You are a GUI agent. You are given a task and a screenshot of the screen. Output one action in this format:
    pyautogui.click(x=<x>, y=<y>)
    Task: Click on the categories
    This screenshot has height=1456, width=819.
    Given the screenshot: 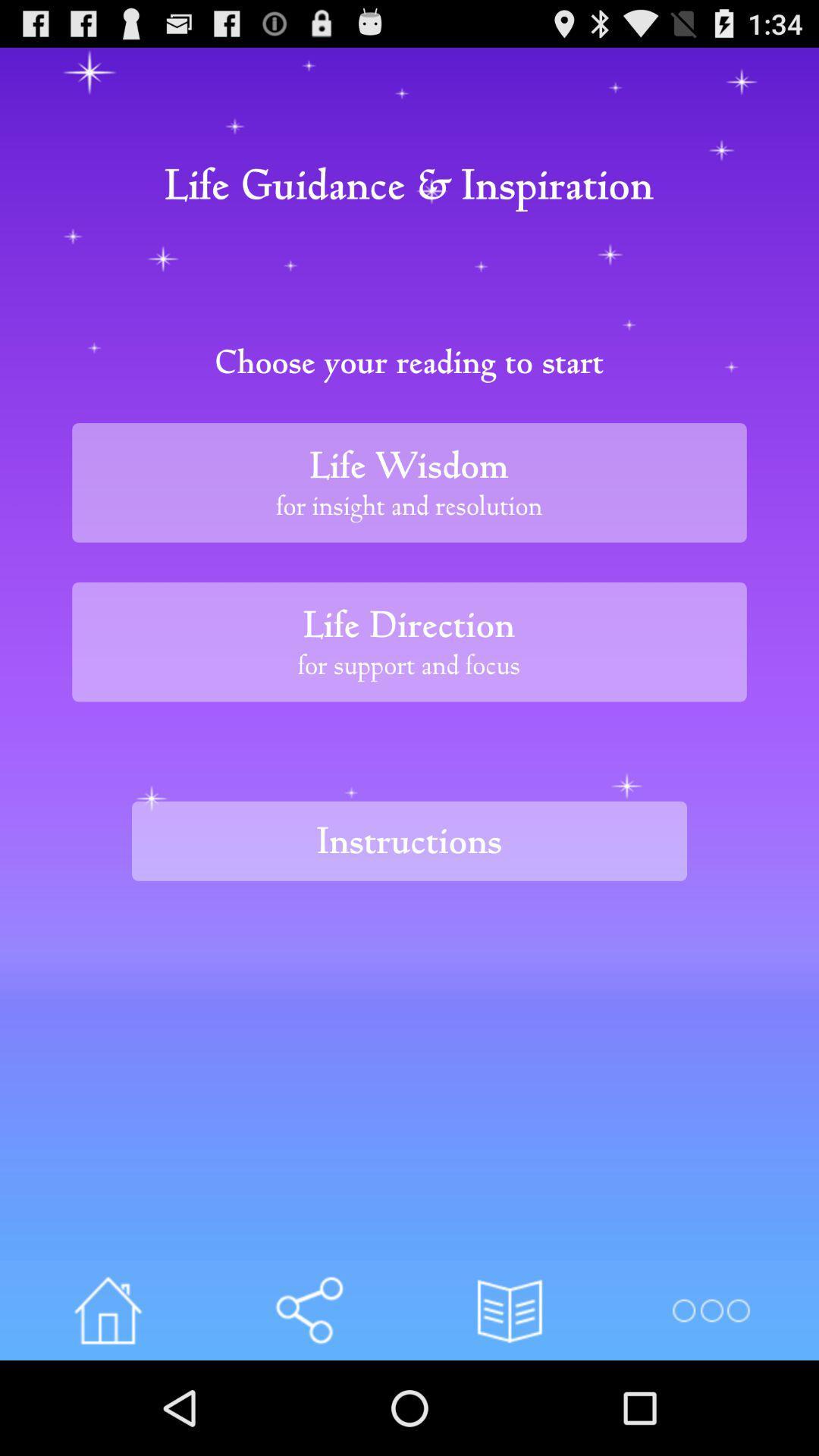 What is the action you would take?
    pyautogui.click(x=711, y=1310)
    